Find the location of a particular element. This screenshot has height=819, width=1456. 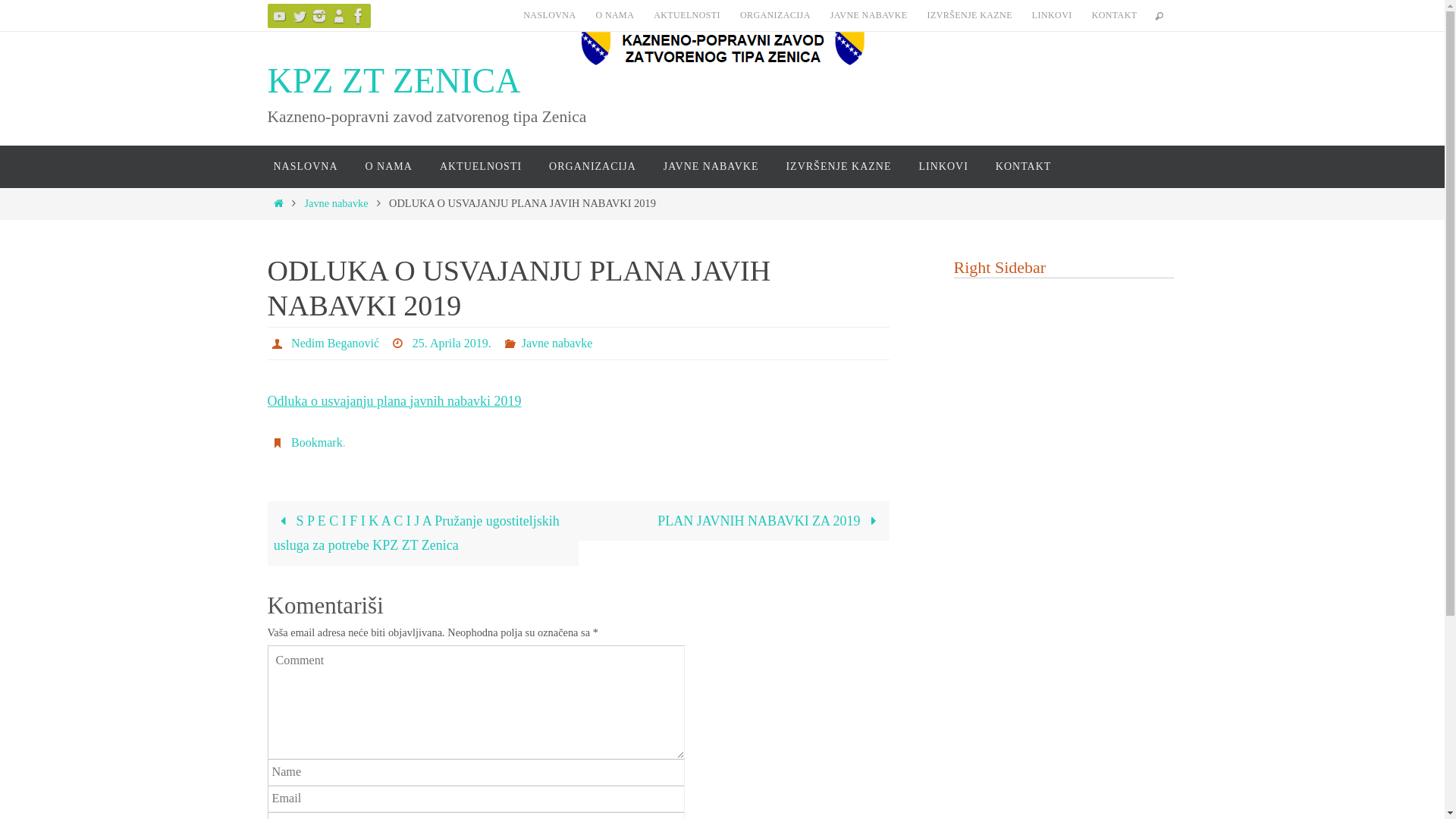

'KPZ ZT ZENICA' is located at coordinates (393, 81).